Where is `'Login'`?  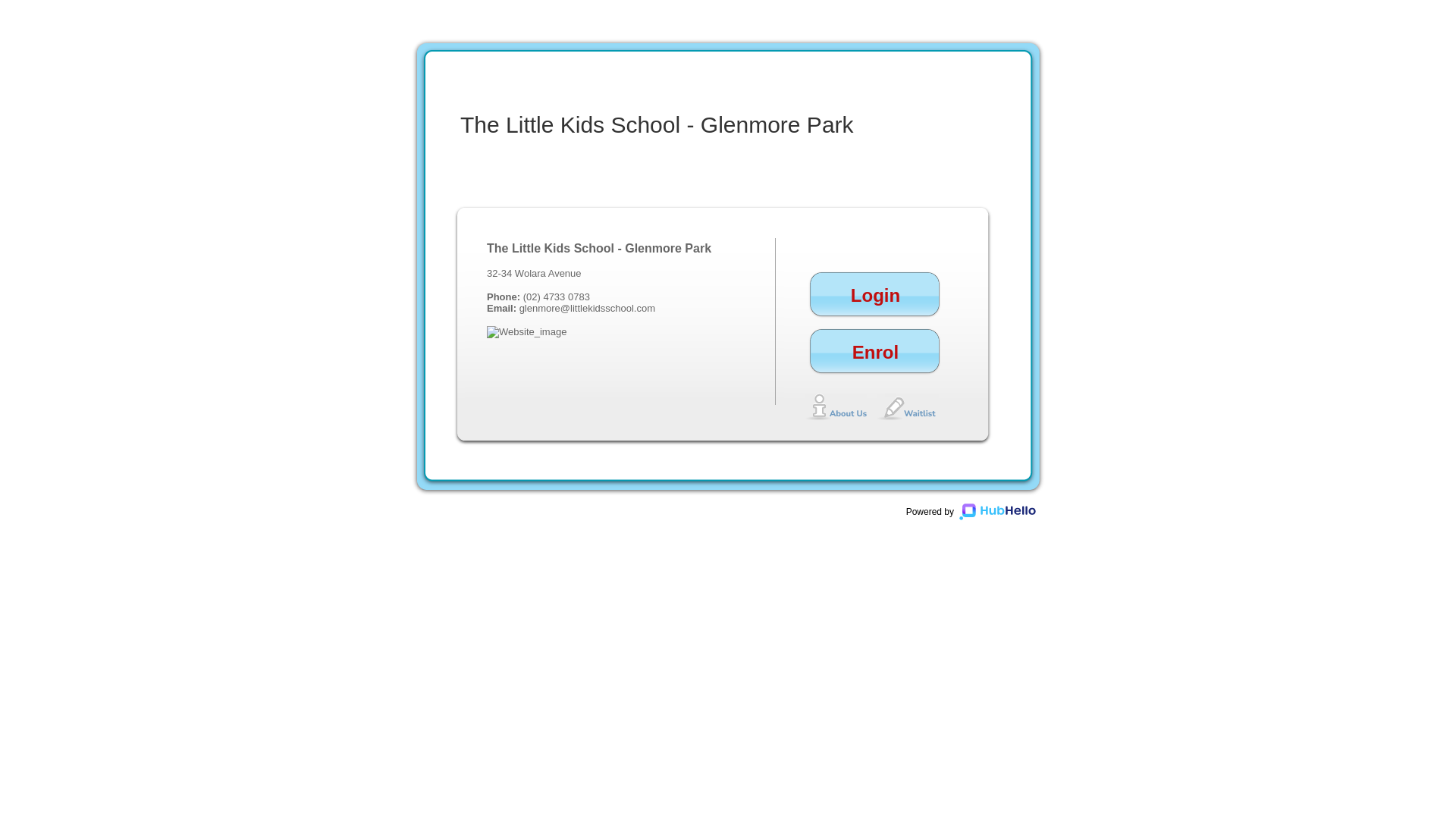 'Login' is located at coordinates (875, 304).